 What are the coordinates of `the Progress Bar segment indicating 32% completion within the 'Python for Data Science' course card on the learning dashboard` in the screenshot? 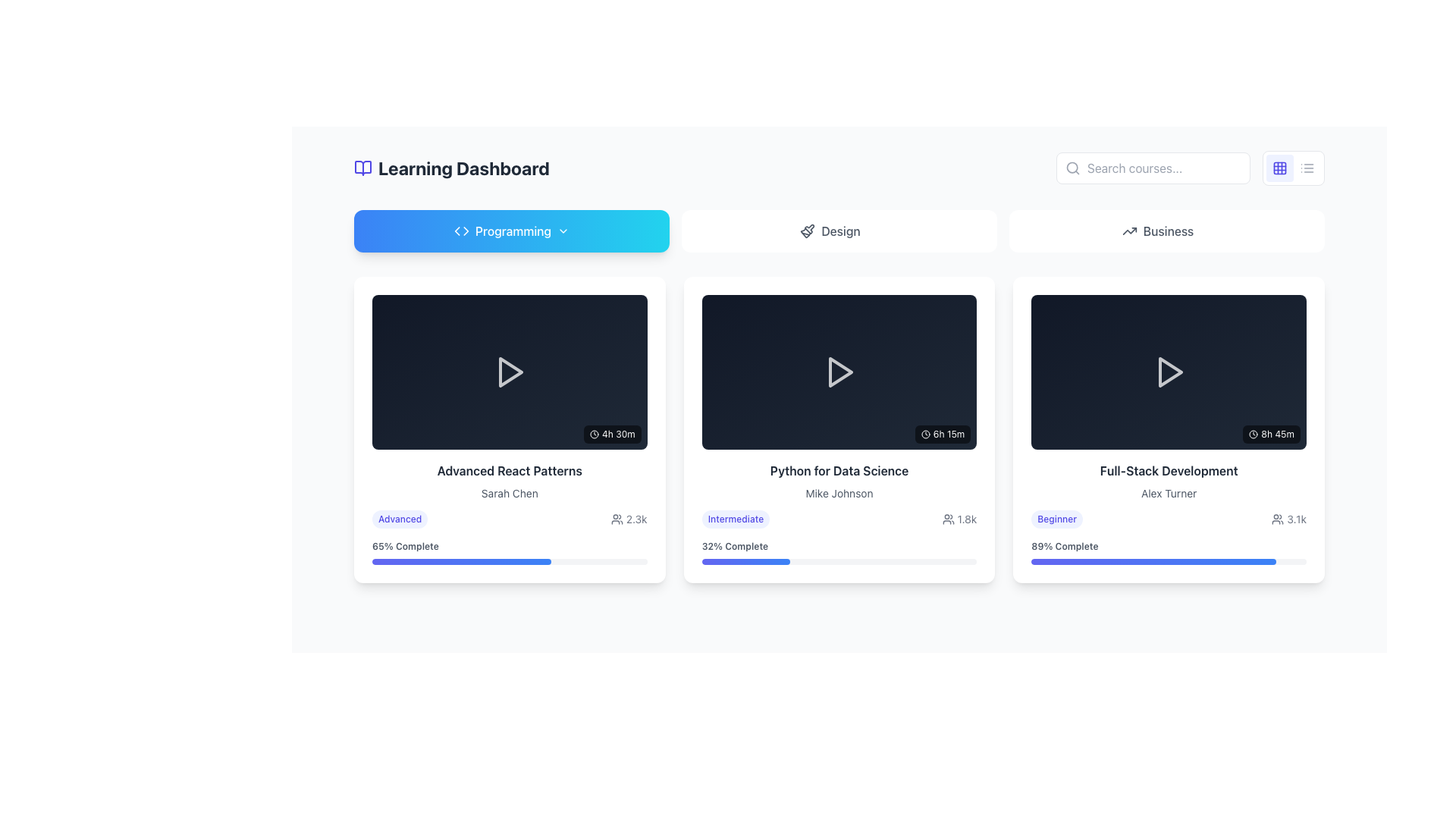 It's located at (745, 561).